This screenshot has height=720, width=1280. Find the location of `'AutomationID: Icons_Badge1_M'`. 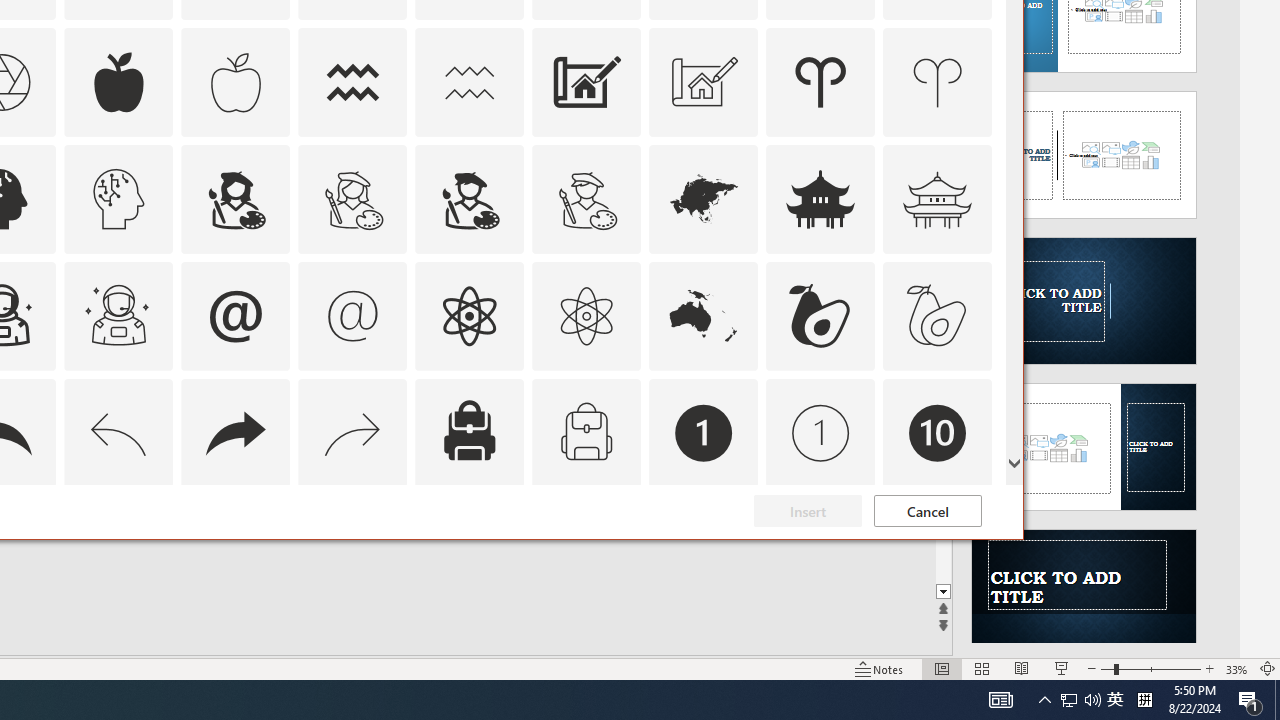

'AutomationID: Icons_Badge1_M' is located at coordinates (821, 431).